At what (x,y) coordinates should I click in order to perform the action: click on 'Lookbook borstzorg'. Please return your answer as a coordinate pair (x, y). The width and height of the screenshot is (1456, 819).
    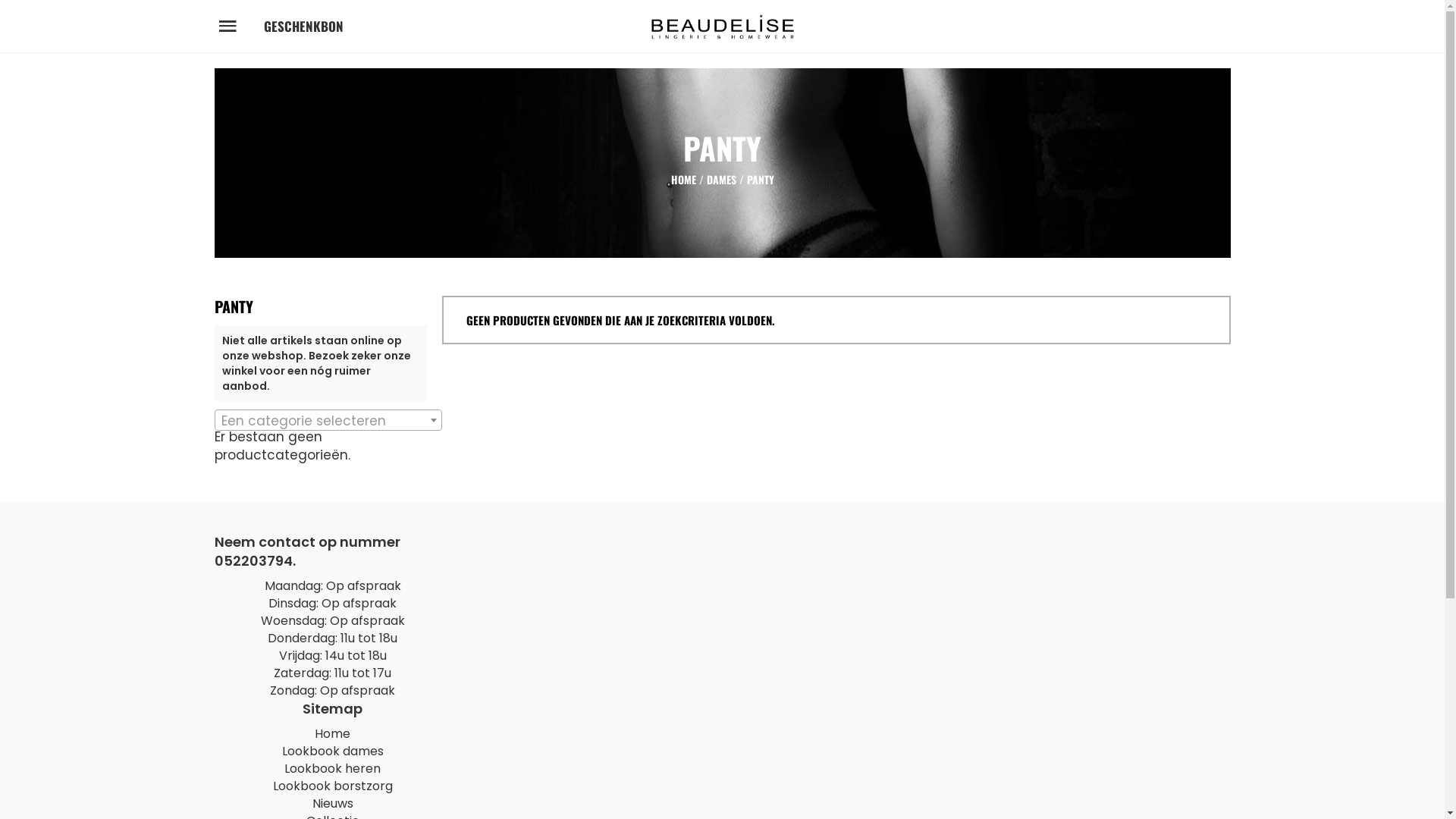
    Looking at the image, I should click on (331, 785).